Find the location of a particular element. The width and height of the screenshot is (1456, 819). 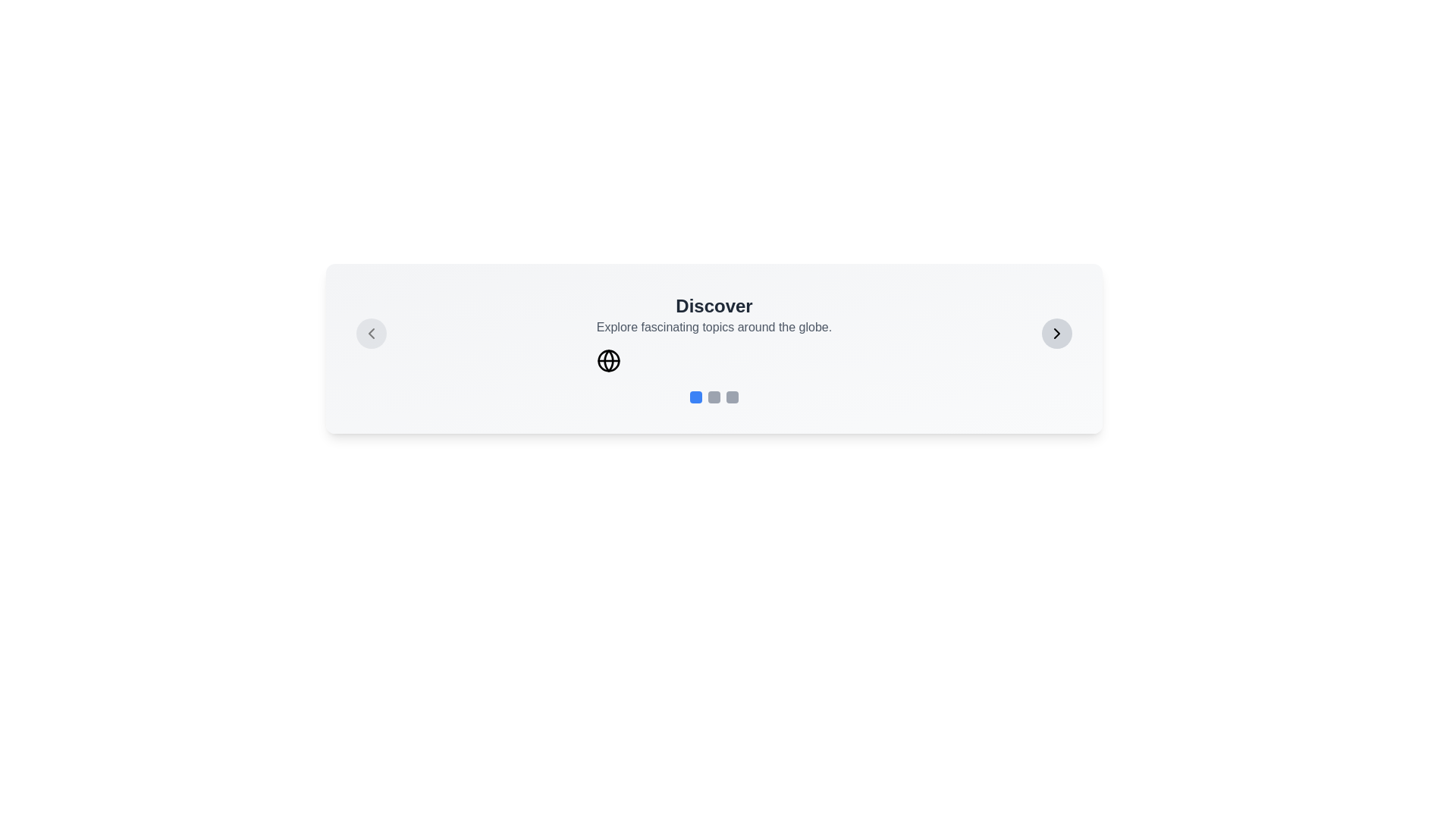

the central circular component of the globe icon, which is located beneath the 'Discover' title and above the navigation indicators is located at coordinates (608, 360).